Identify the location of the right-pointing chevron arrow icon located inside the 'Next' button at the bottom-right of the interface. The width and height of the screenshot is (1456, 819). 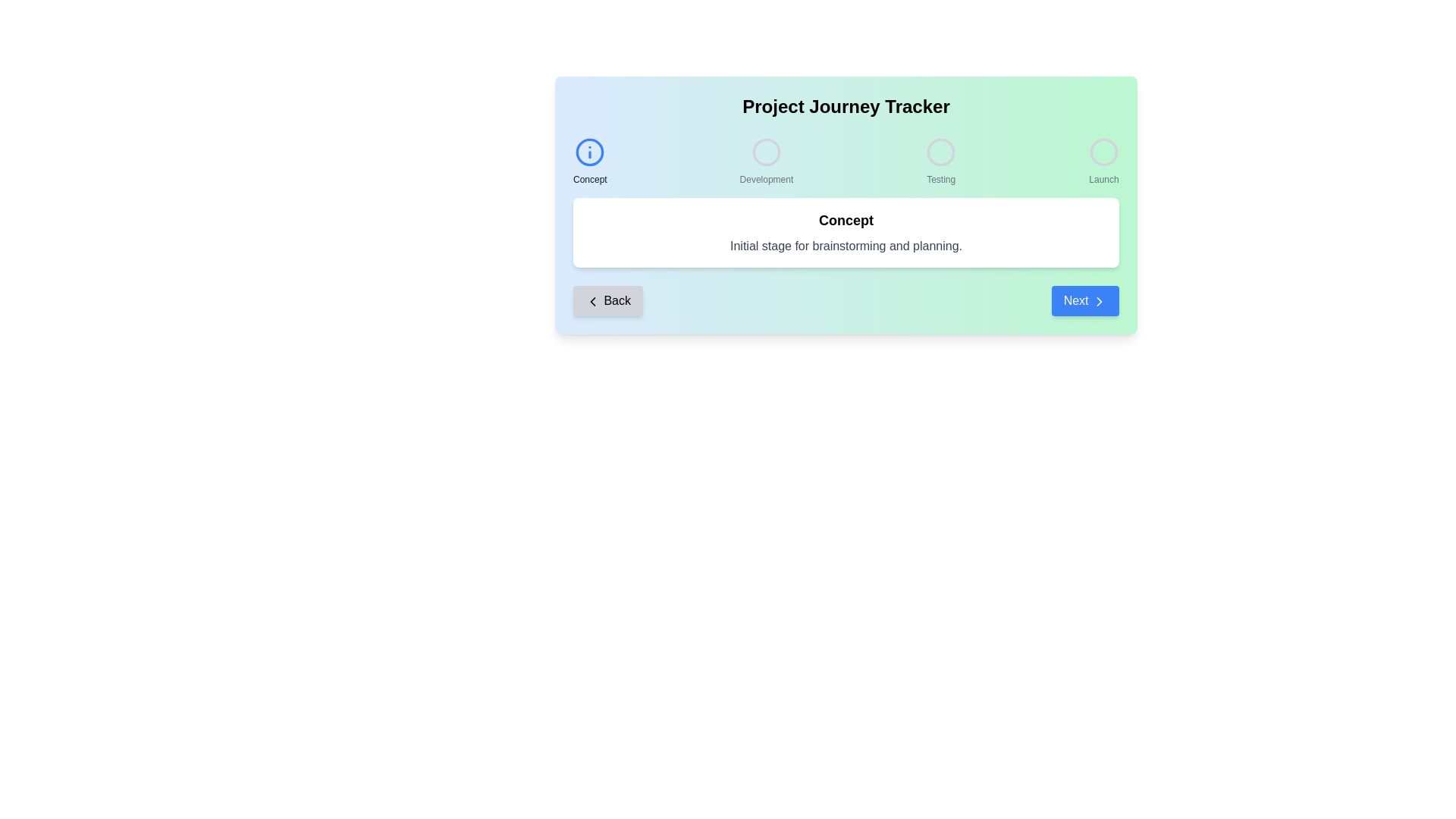
(1099, 301).